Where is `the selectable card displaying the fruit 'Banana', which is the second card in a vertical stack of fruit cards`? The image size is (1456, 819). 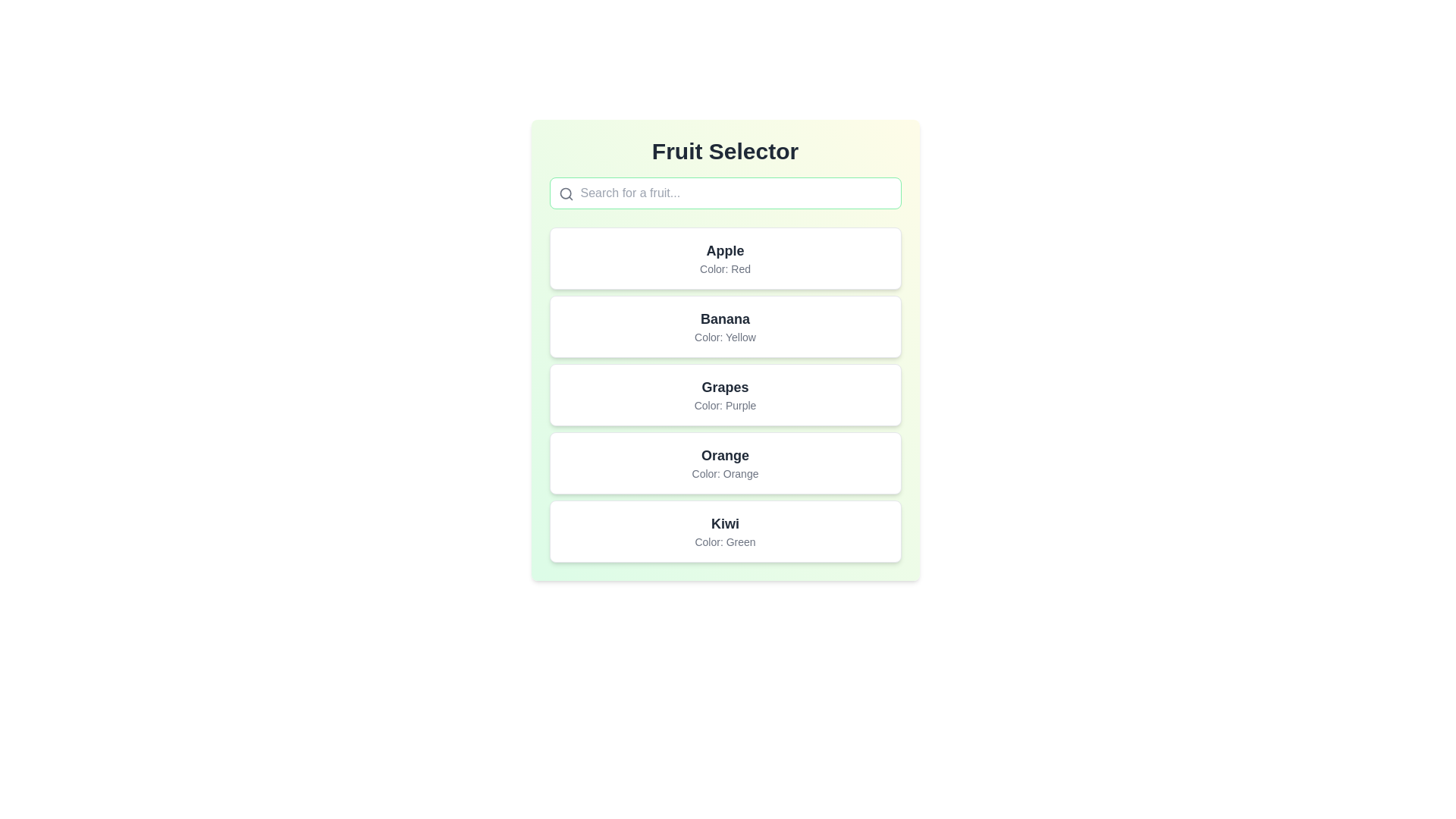
the selectable card displaying the fruit 'Banana', which is the second card in a vertical stack of fruit cards is located at coordinates (724, 326).